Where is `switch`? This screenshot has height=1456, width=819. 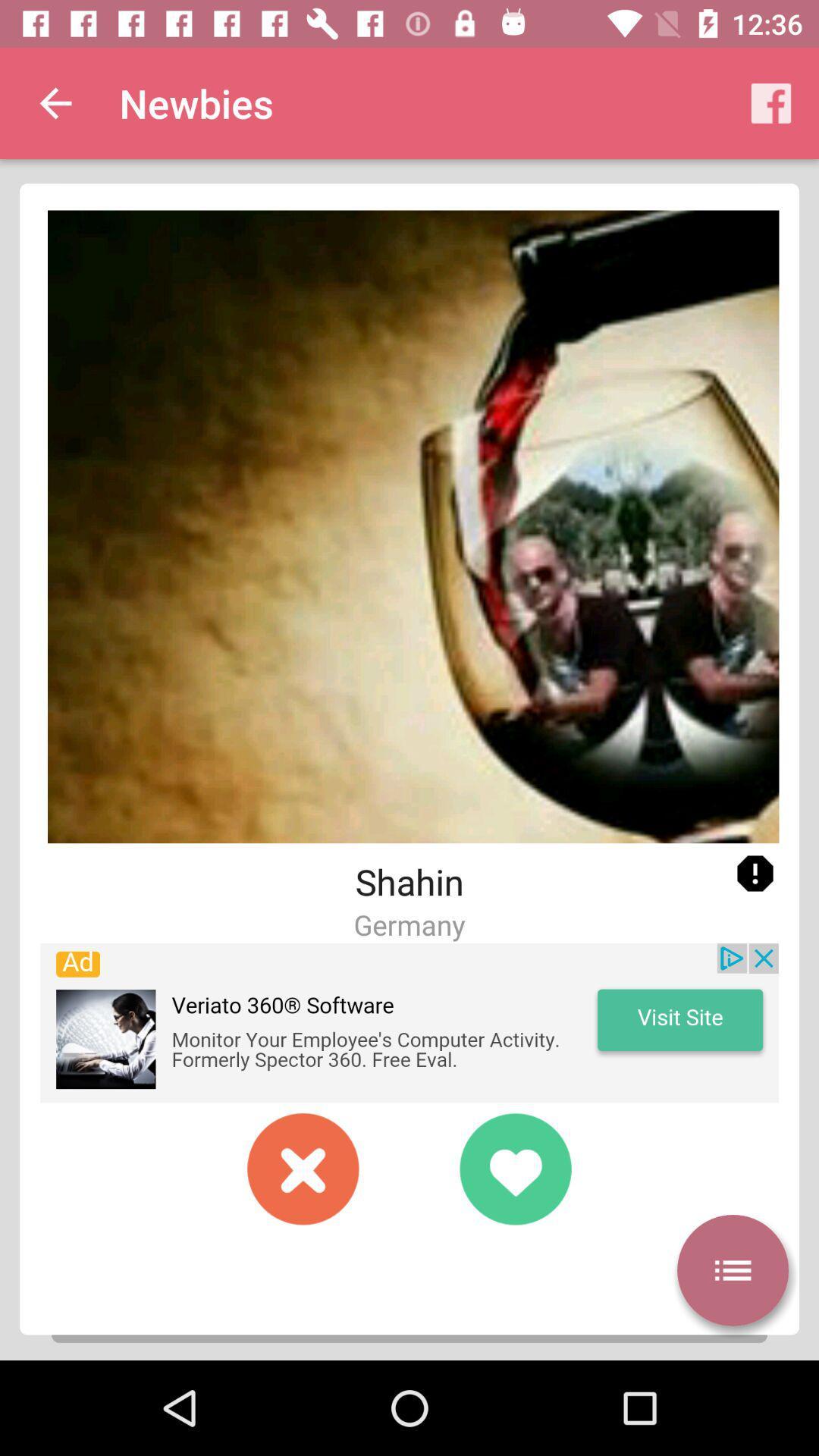
switch is located at coordinates (303, 1168).